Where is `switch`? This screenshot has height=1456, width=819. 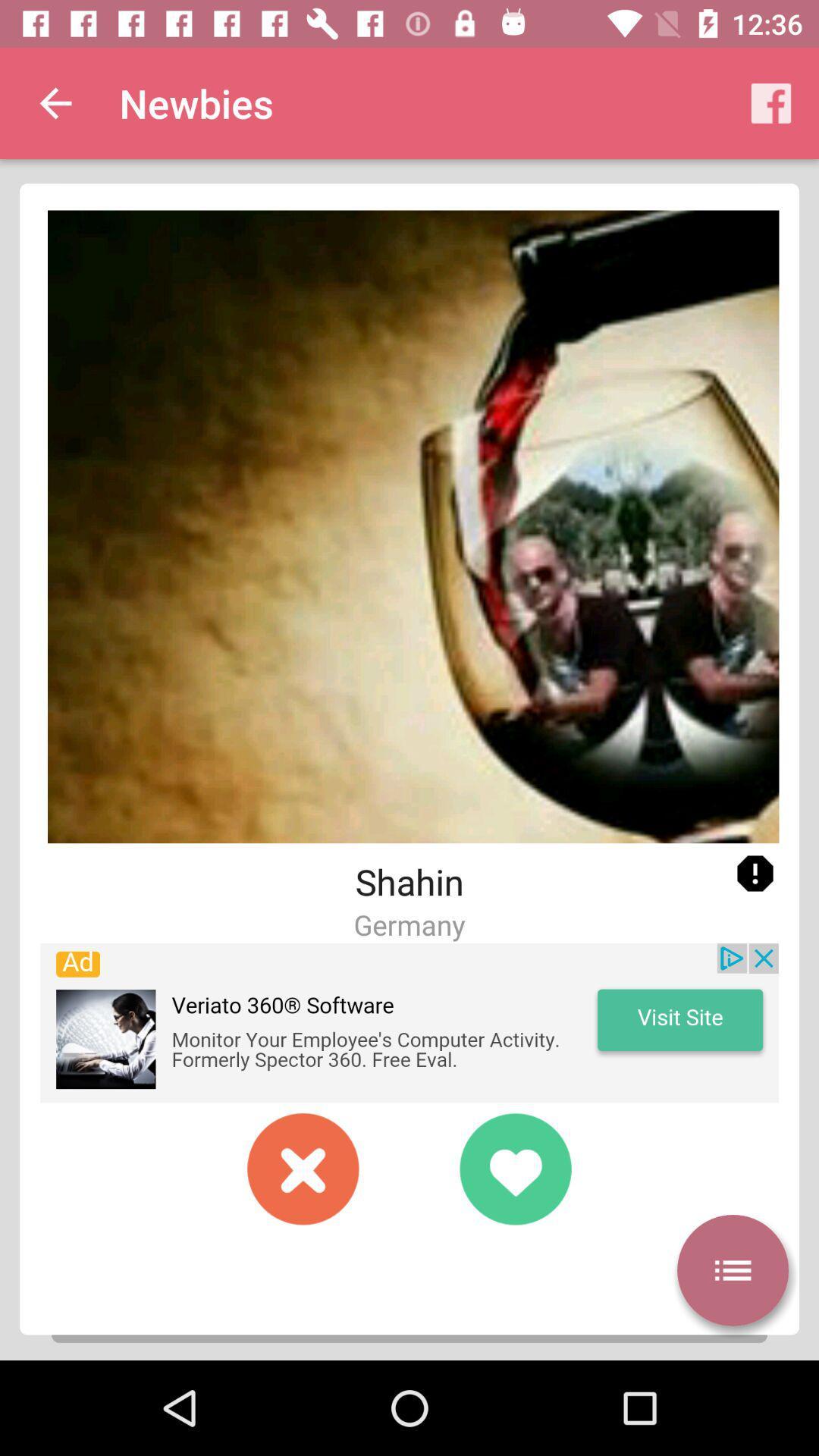
switch is located at coordinates (303, 1168).